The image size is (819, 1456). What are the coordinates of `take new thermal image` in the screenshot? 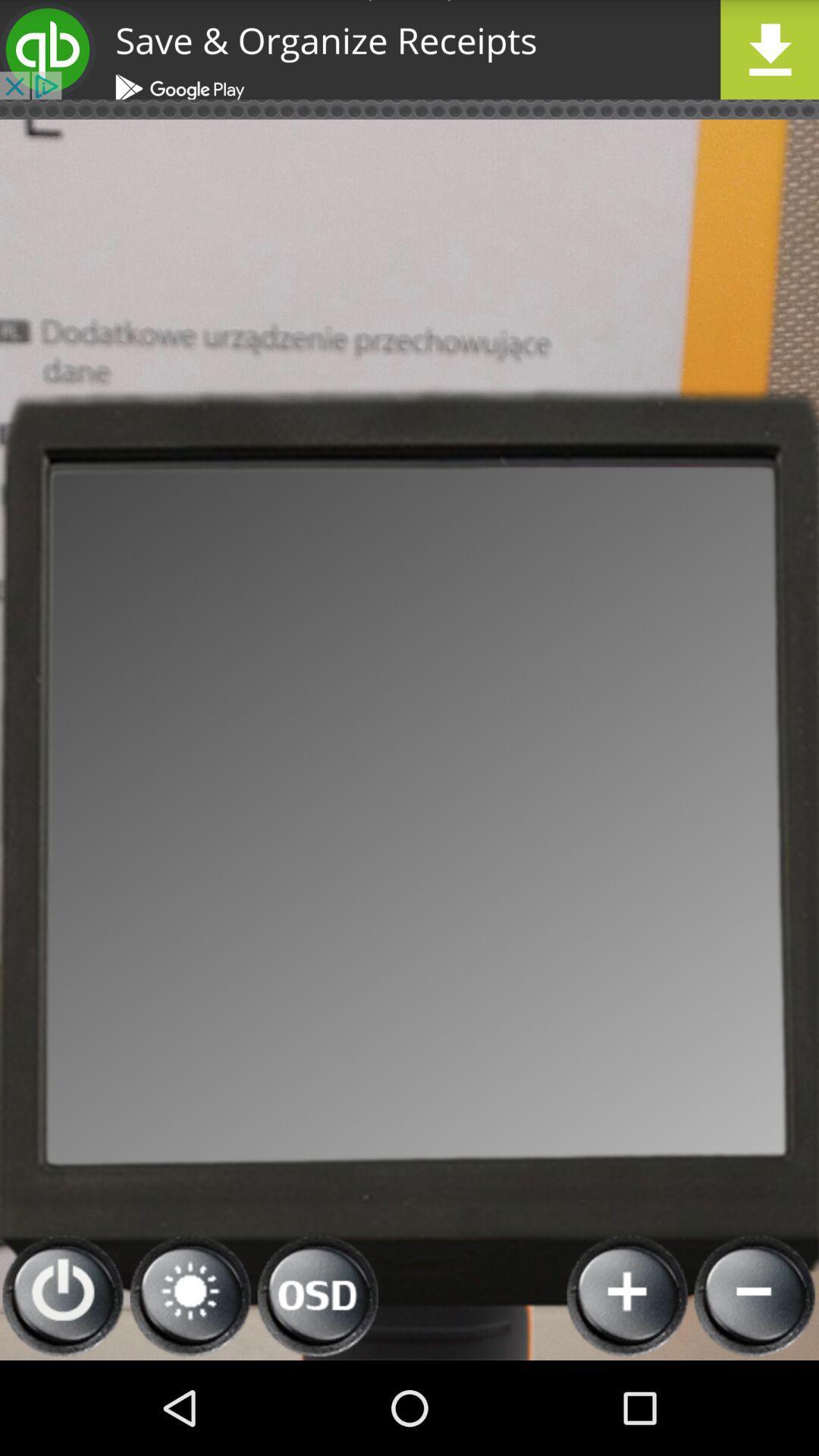 It's located at (628, 1295).